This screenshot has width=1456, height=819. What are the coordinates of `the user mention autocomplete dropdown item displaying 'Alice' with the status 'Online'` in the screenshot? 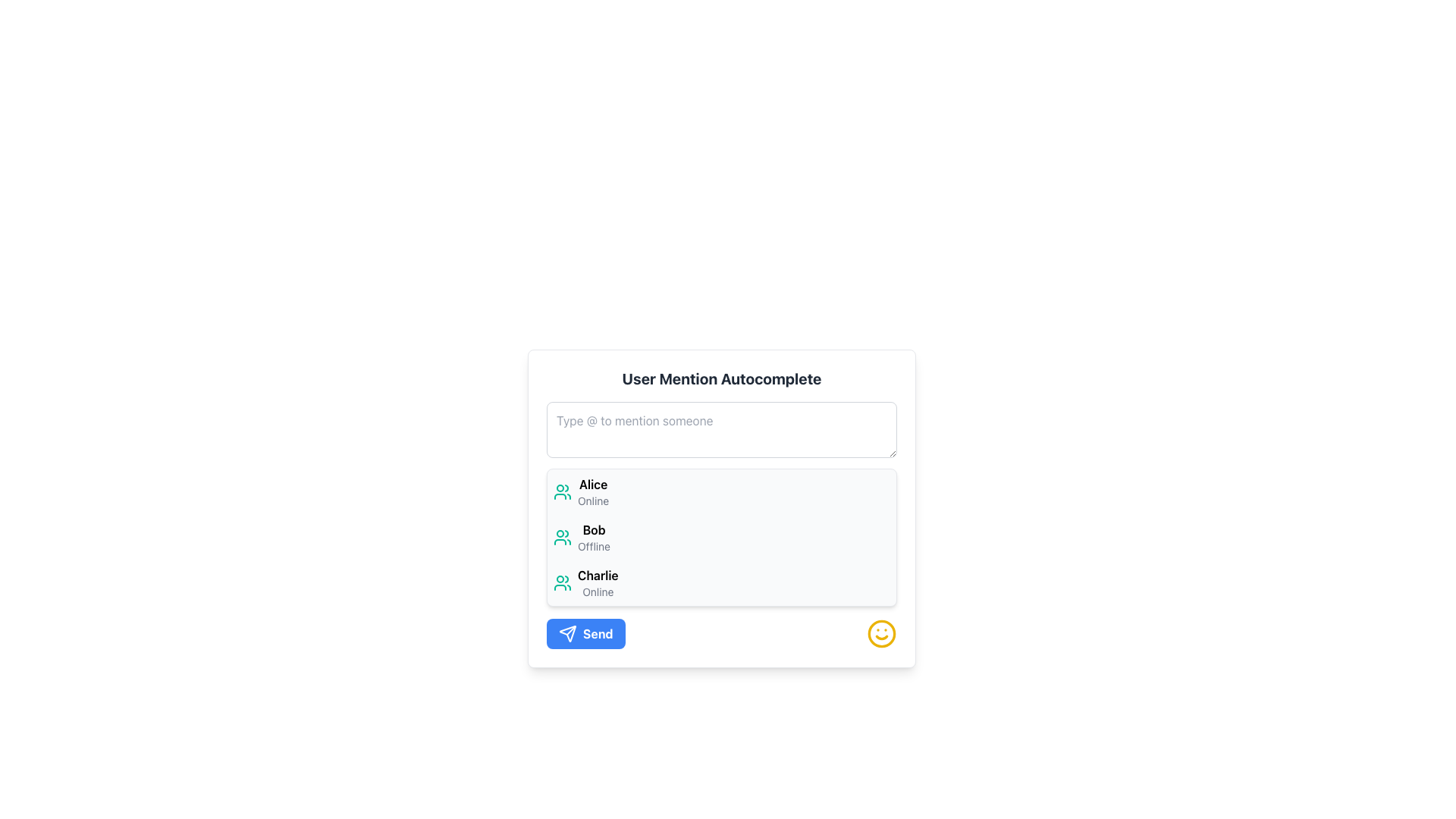 It's located at (592, 491).